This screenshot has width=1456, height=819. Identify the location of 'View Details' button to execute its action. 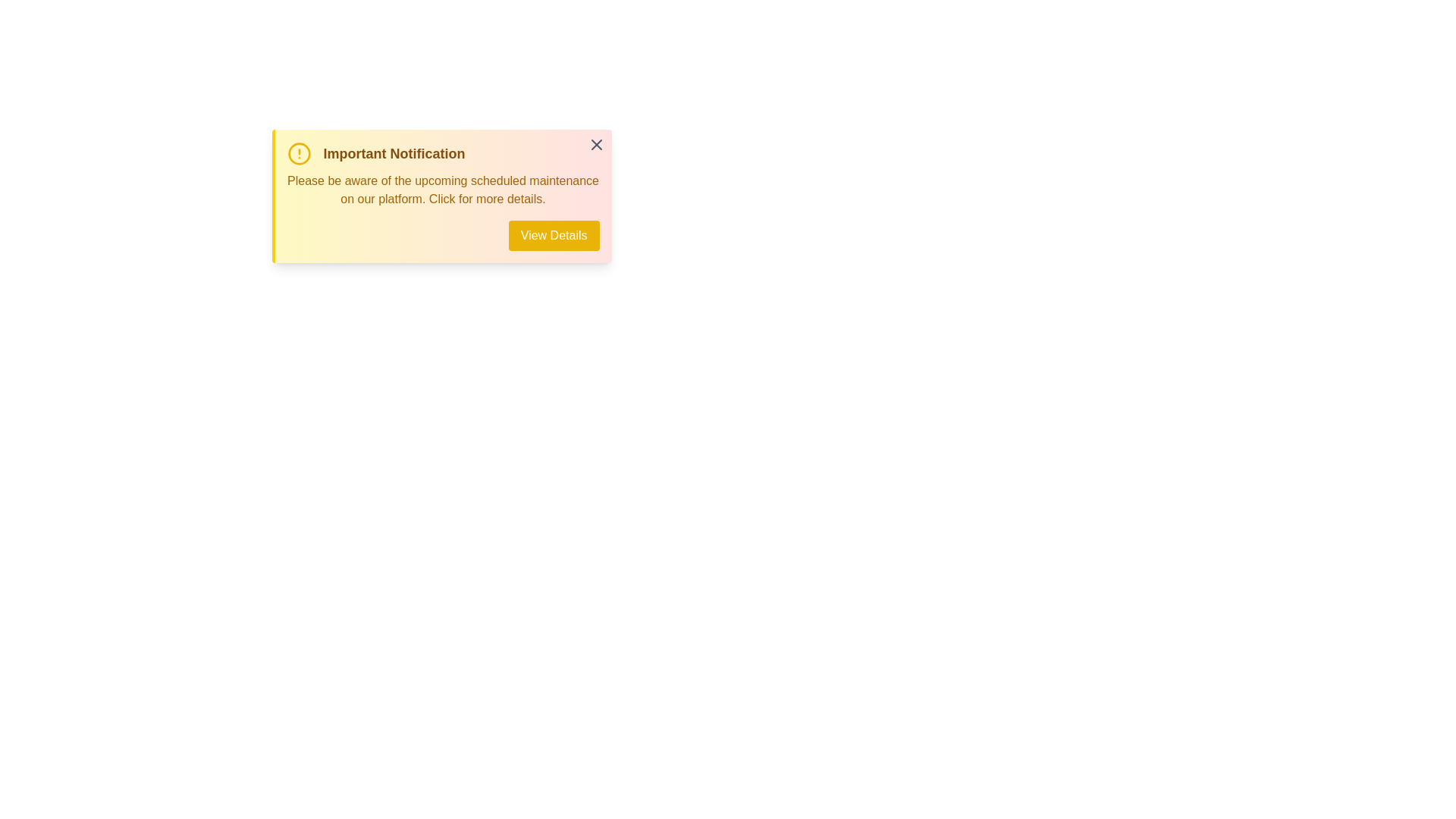
(553, 236).